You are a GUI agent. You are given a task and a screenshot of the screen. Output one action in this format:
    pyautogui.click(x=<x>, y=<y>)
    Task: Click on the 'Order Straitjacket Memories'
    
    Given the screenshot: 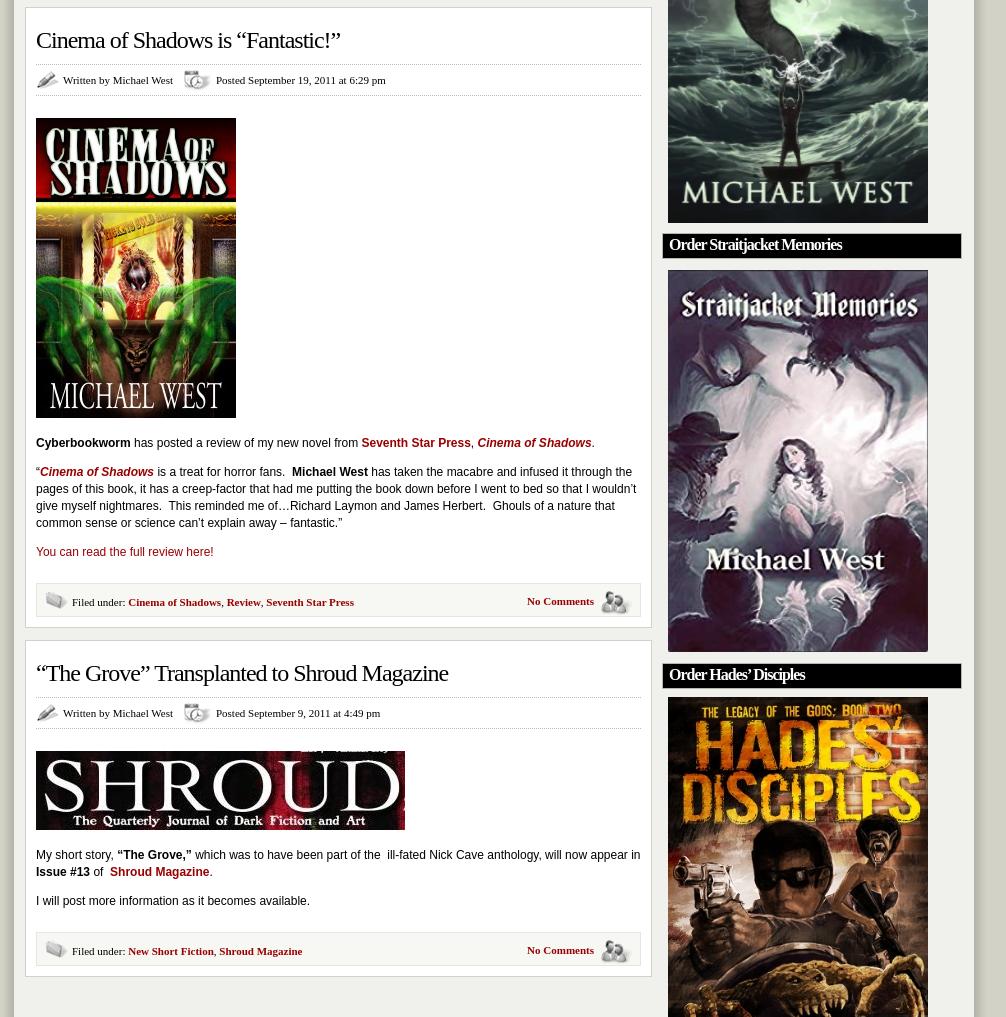 What is the action you would take?
    pyautogui.click(x=754, y=242)
    